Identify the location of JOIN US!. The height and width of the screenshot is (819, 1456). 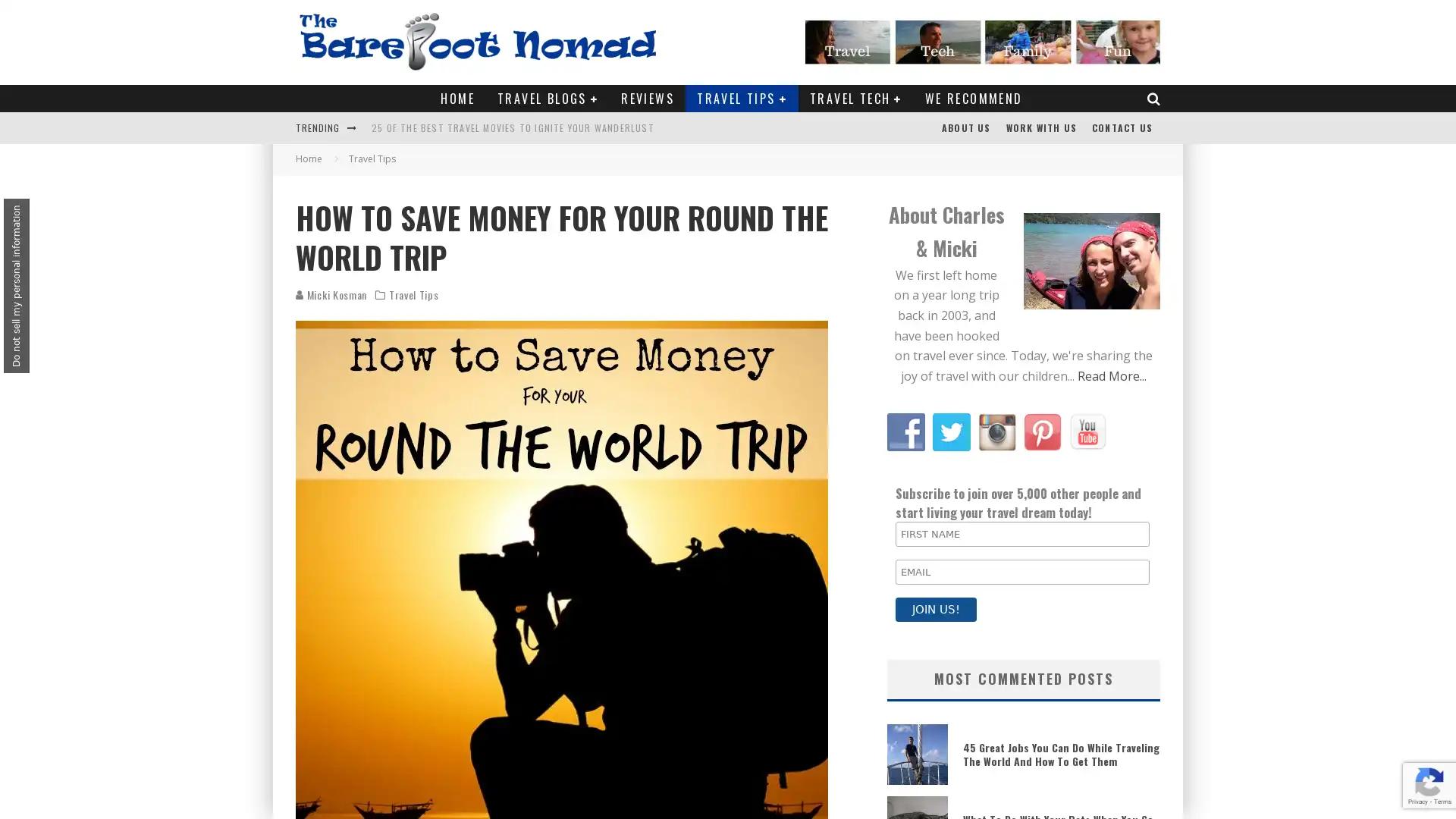
(934, 607).